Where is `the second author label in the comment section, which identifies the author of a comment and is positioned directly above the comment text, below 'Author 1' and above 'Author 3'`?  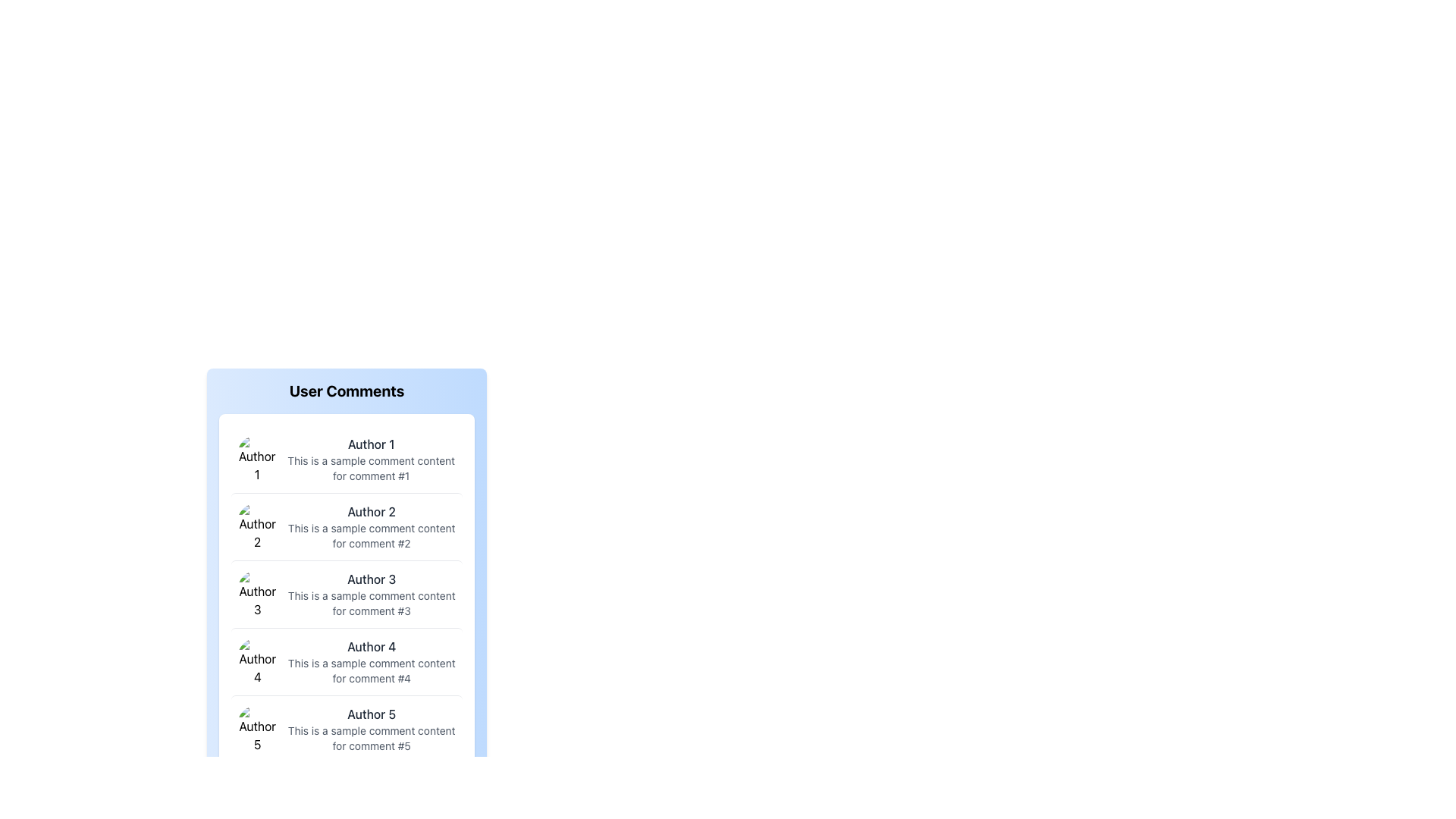
the second author label in the comment section, which identifies the author of a comment and is positioned directly above the comment text, below 'Author 1' and above 'Author 3' is located at coordinates (372, 512).